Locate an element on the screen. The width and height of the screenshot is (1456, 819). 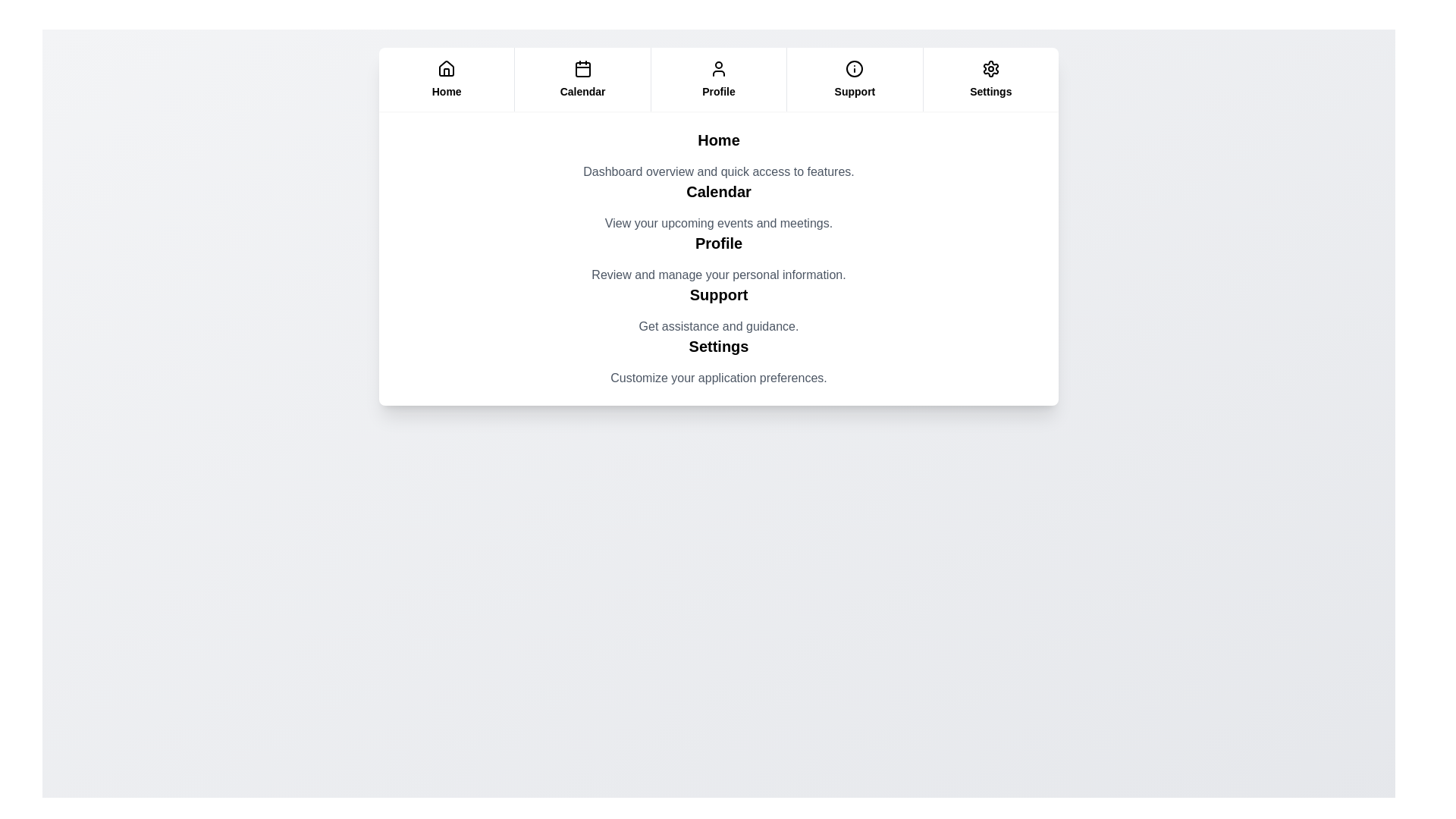
the 'Support' icon in the header menu, which visually represents the support functionality and is positioned above the 'Support' text label is located at coordinates (855, 69).